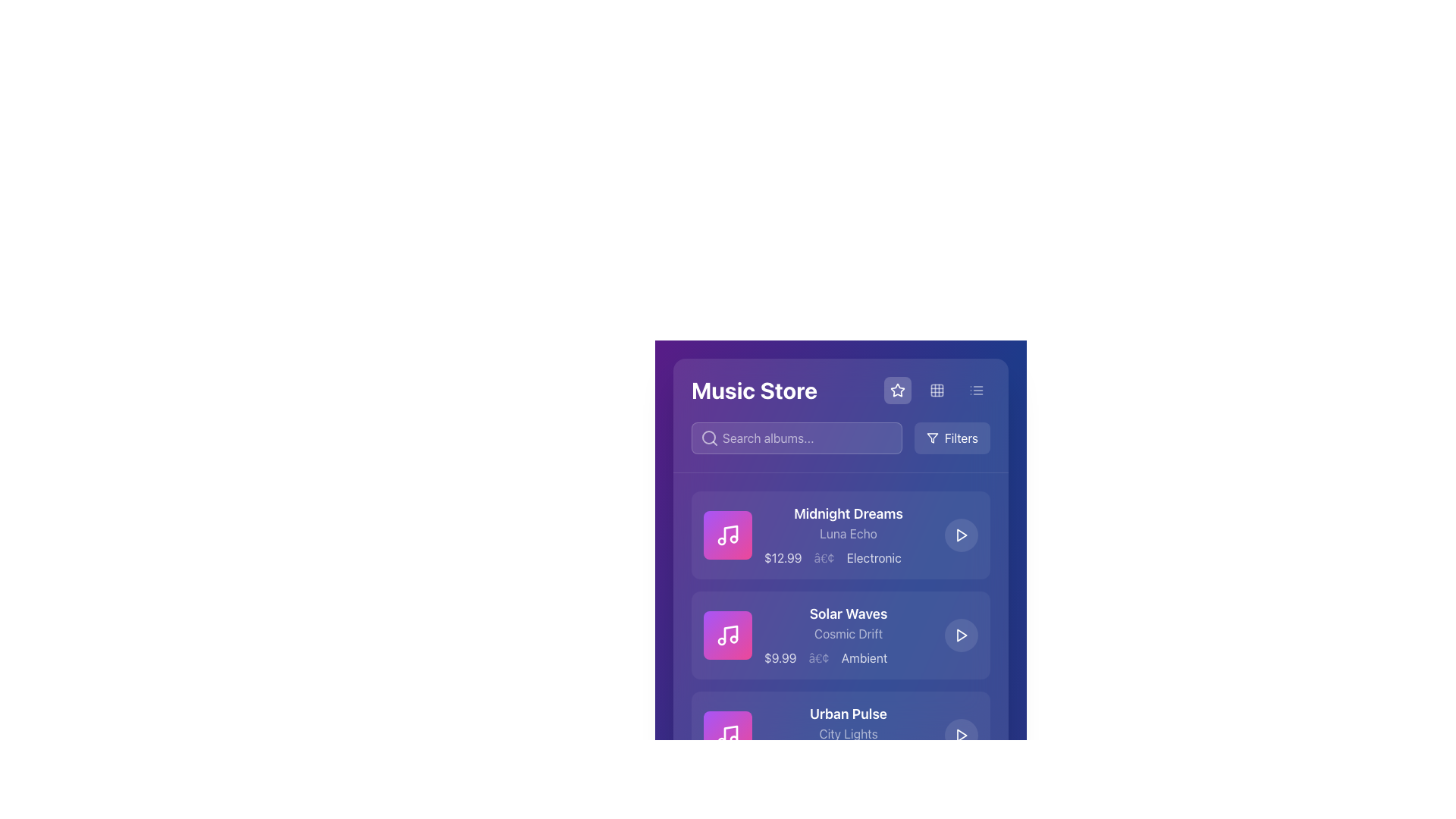 The width and height of the screenshot is (1456, 819). Describe the element at coordinates (818, 657) in the screenshot. I see `the text component displaying the character '•' located between the price '$9.99' and the genre 'Ambient' in the second entry of the music list` at that location.